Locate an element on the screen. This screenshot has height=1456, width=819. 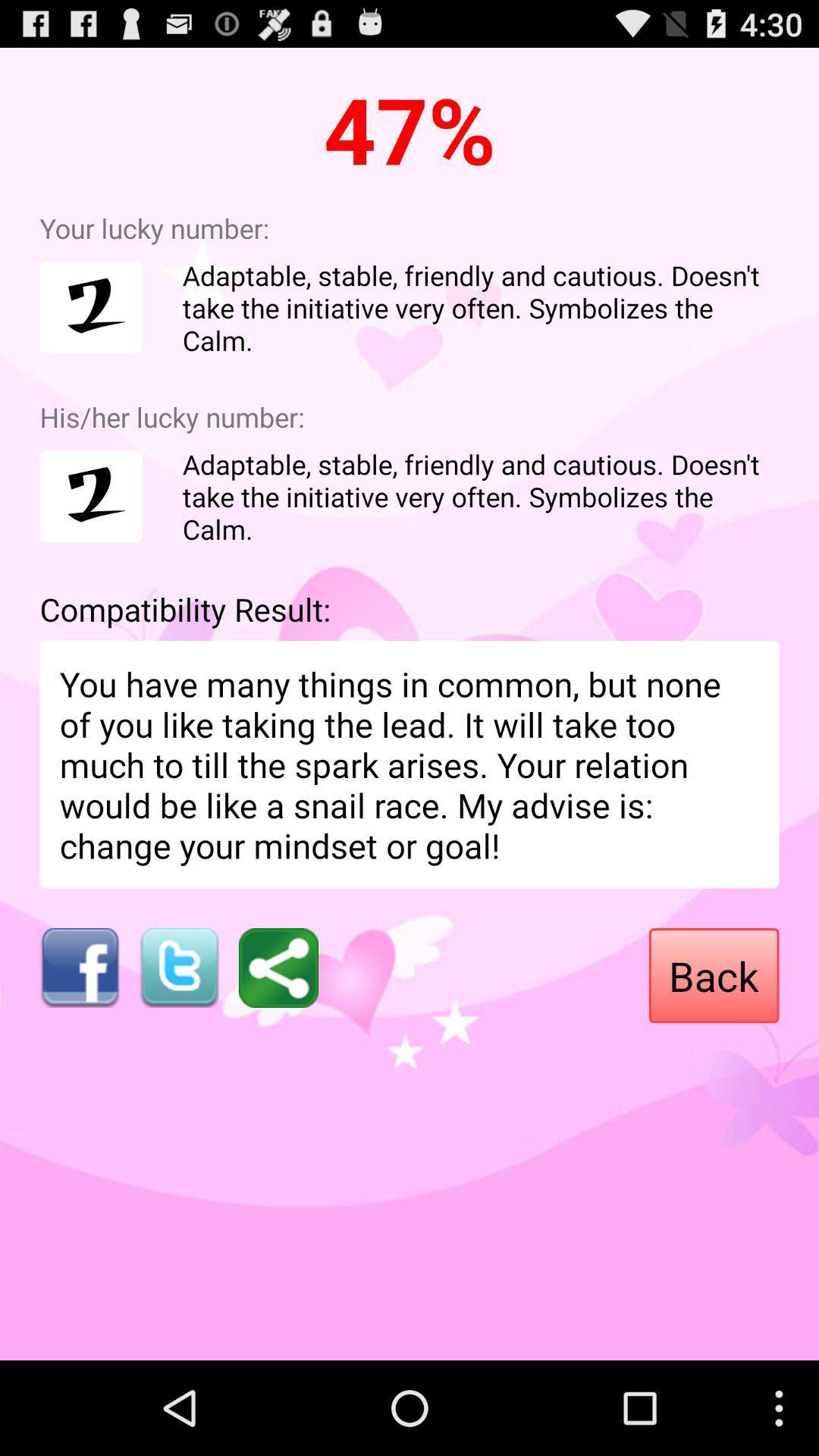
icon next to the back item is located at coordinates (278, 967).